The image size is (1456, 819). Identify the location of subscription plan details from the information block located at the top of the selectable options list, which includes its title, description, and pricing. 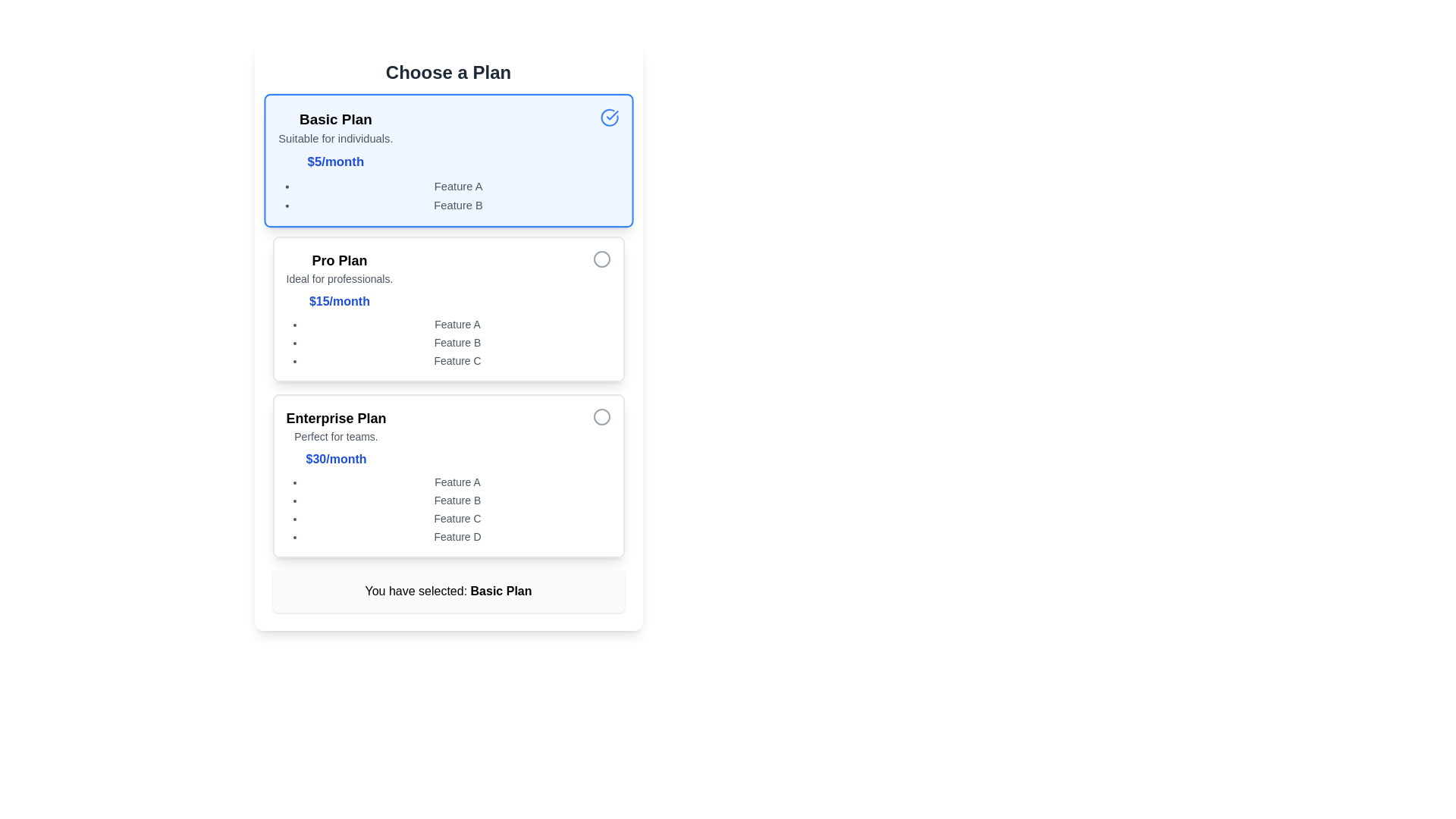
(334, 140).